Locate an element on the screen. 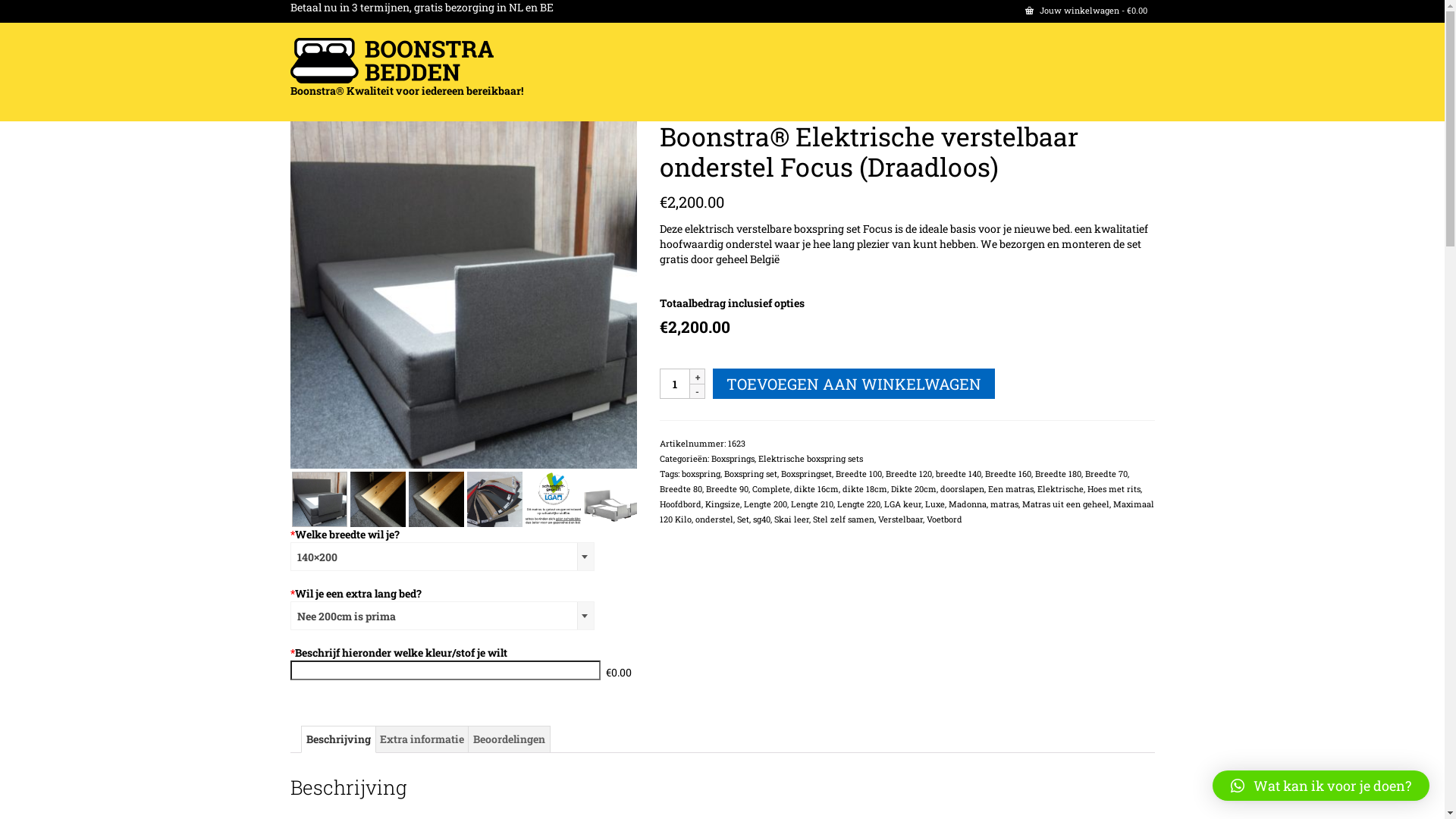  'Lengte 210' is located at coordinates (811, 504).